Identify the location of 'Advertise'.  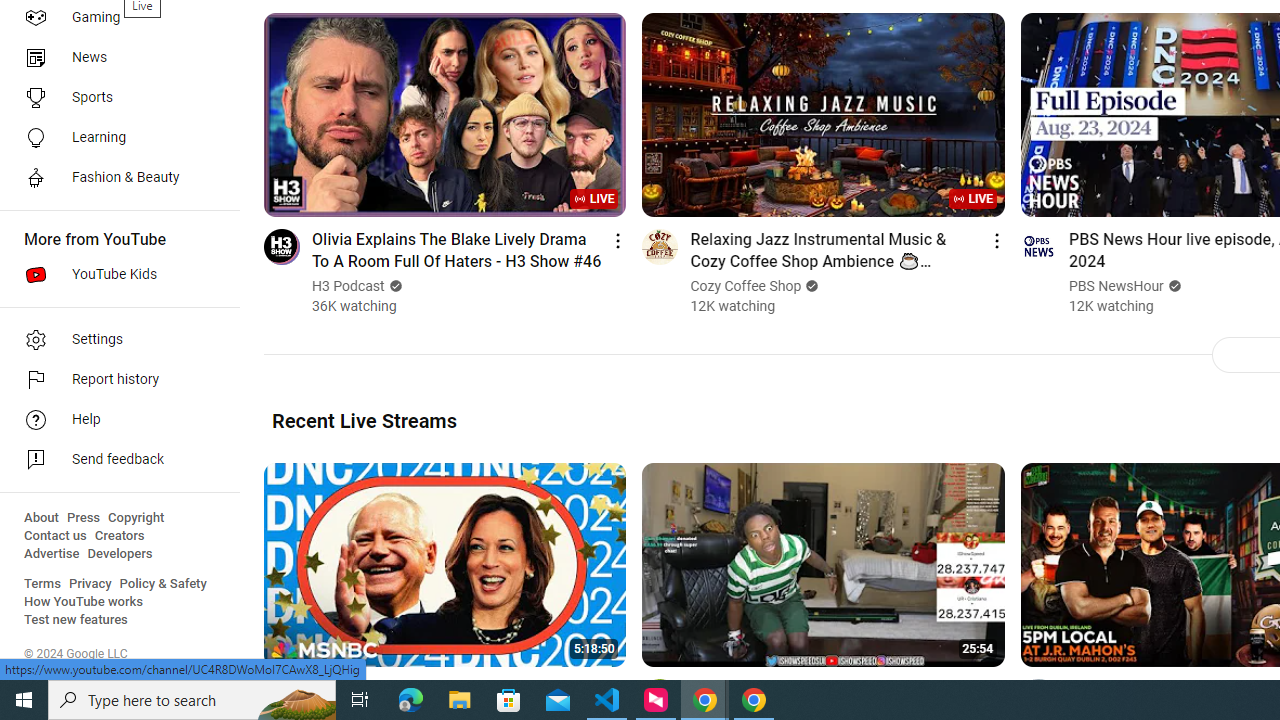
(51, 554).